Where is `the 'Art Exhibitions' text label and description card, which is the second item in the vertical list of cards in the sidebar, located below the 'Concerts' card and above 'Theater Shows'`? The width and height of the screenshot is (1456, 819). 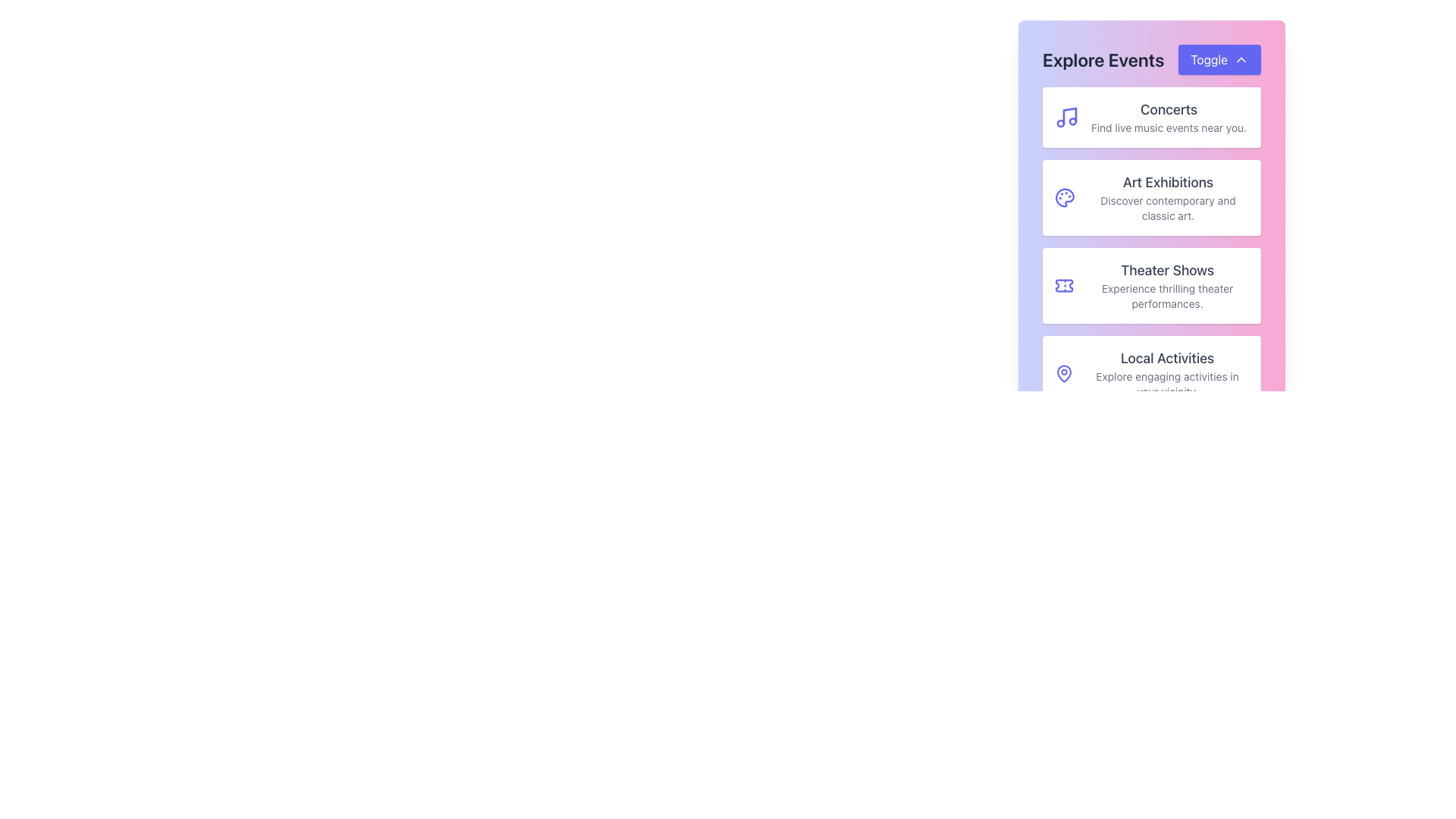 the 'Art Exhibitions' text label and description card, which is the second item in the vertical list of cards in the sidebar, located below the 'Concerts' card and above 'Theater Shows' is located at coordinates (1167, 197).